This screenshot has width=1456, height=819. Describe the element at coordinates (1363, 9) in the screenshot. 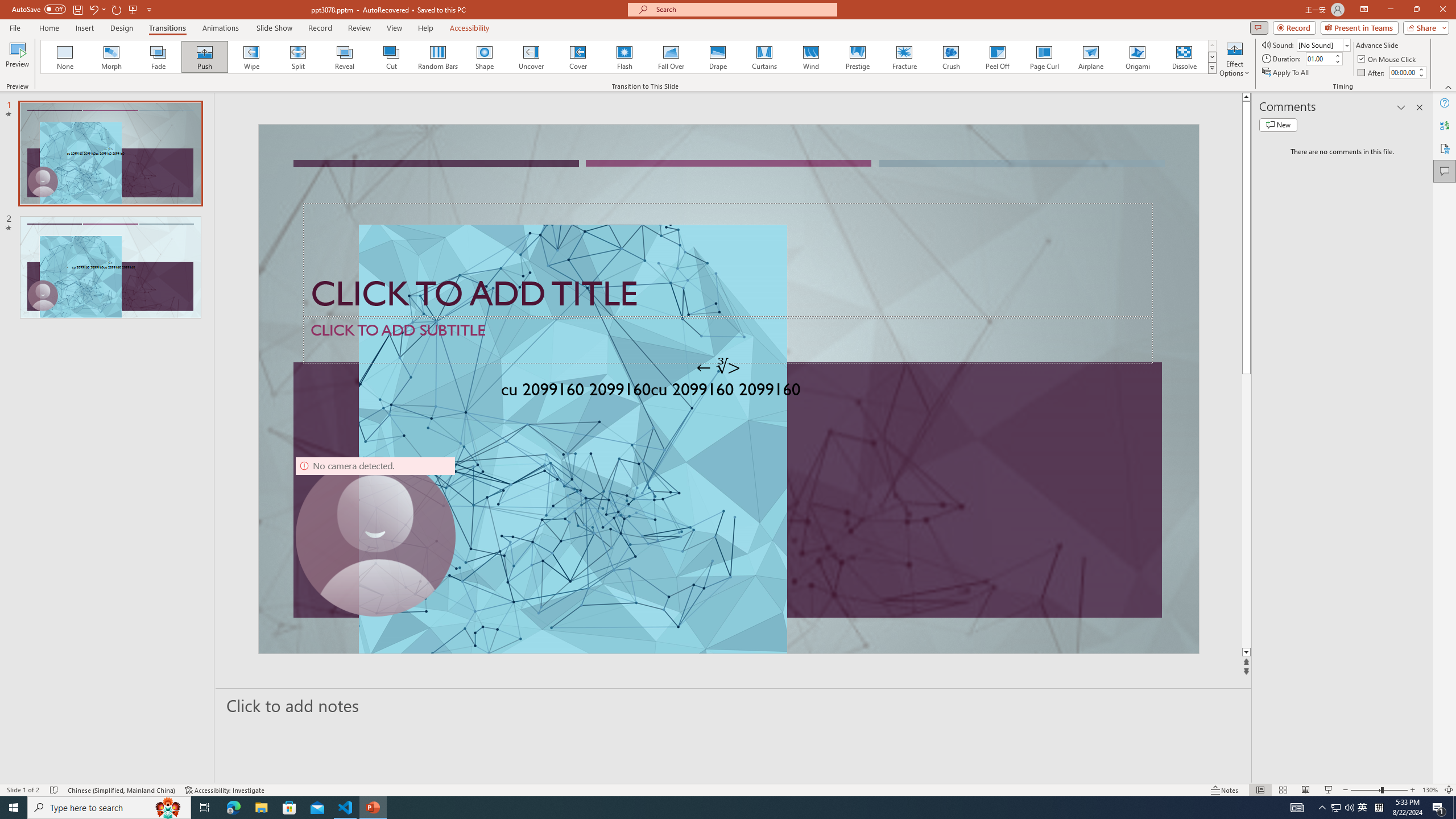

I see `'Ribbon Display Options'` at that location.